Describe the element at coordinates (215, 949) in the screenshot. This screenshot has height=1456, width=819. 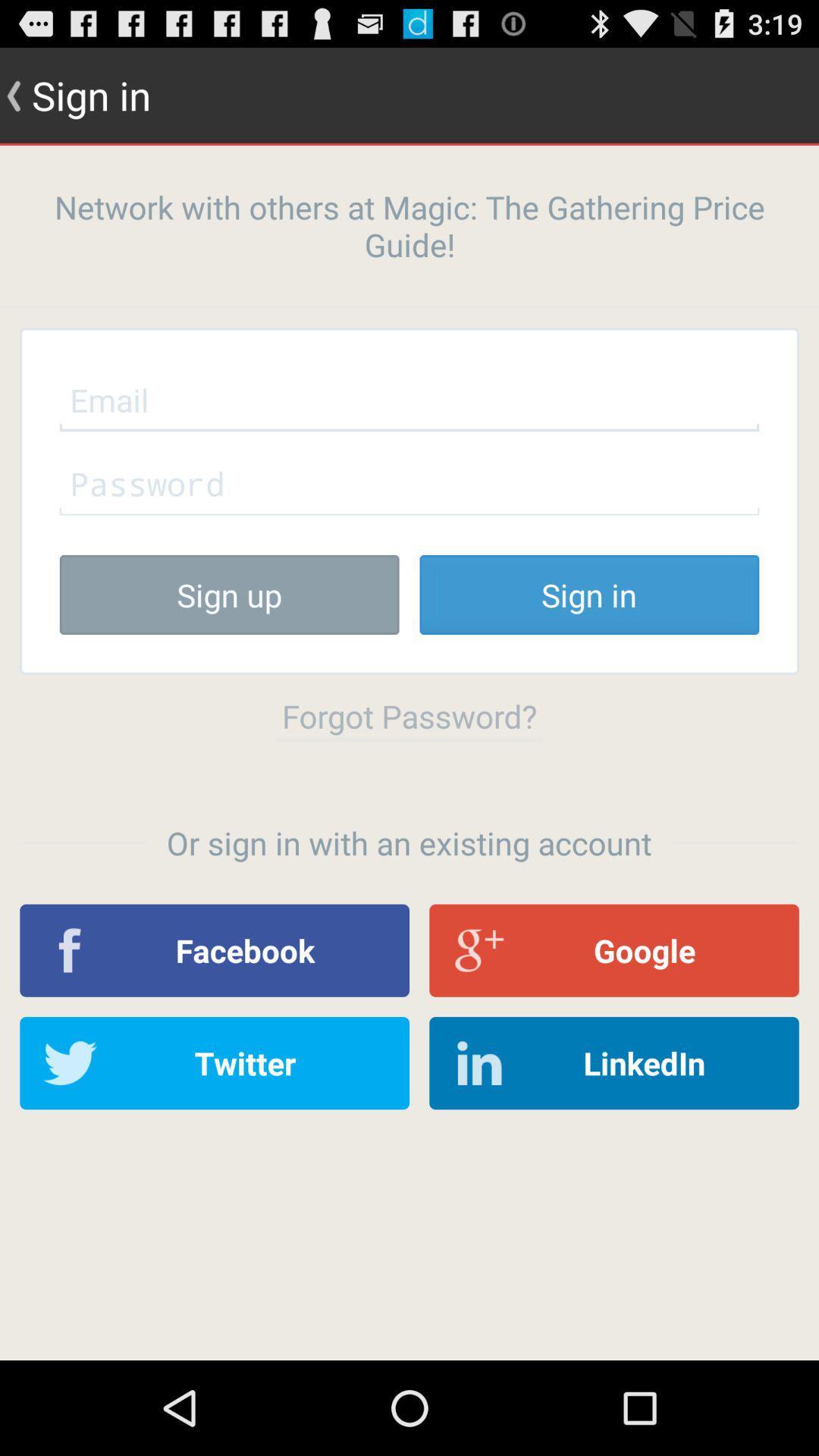
I see `facebook` at that location.